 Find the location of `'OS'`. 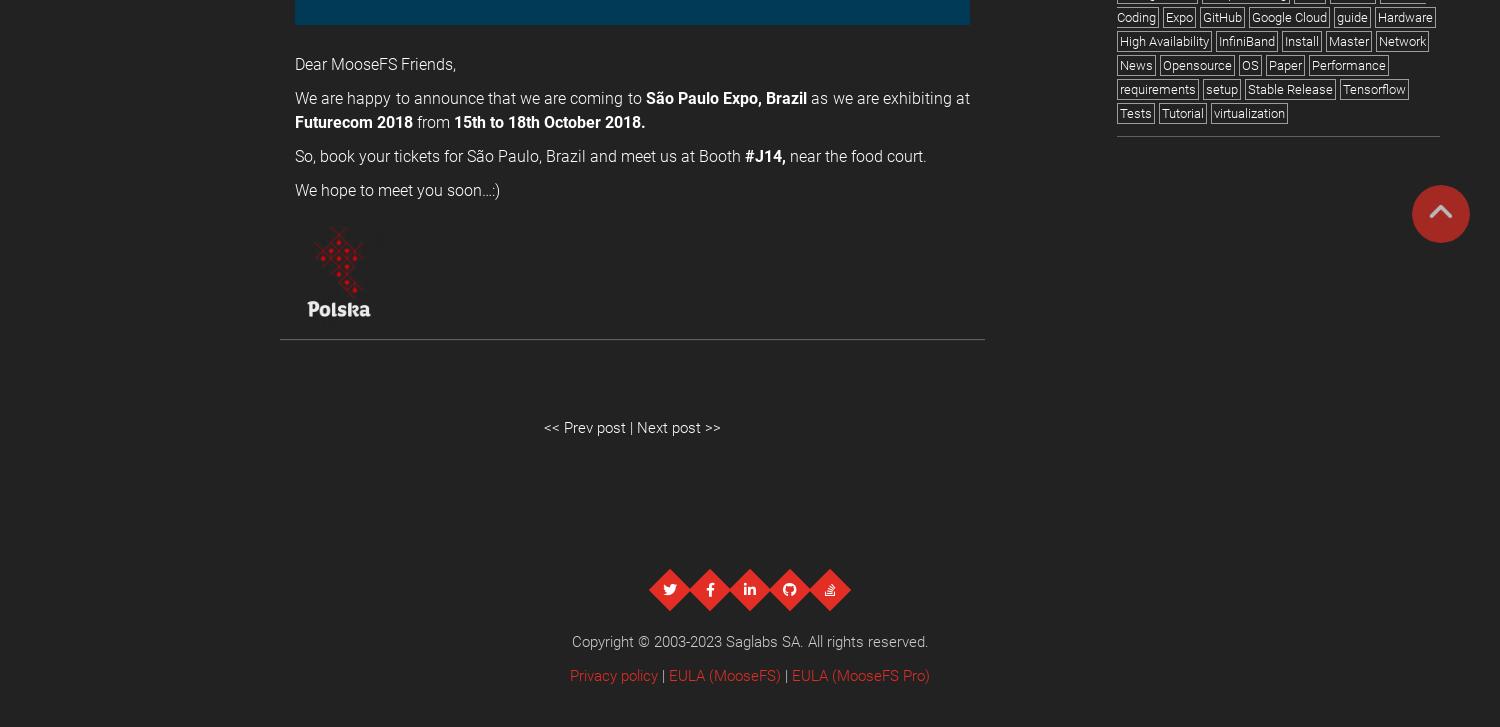

'OS' is located at coordinates (1241, 65).